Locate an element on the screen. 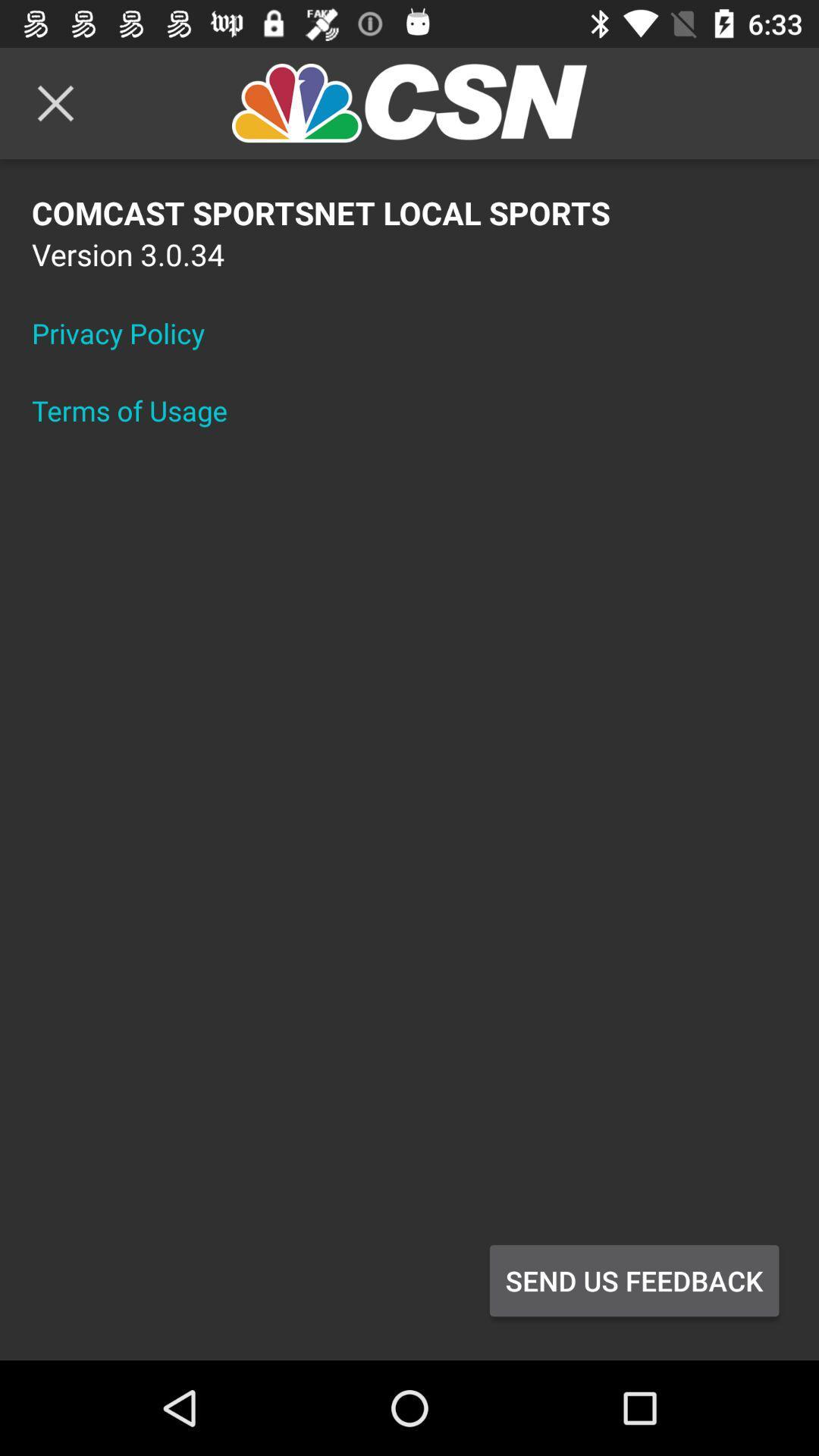  the icon below privacy policy icon is located at coordinates (140, 410).